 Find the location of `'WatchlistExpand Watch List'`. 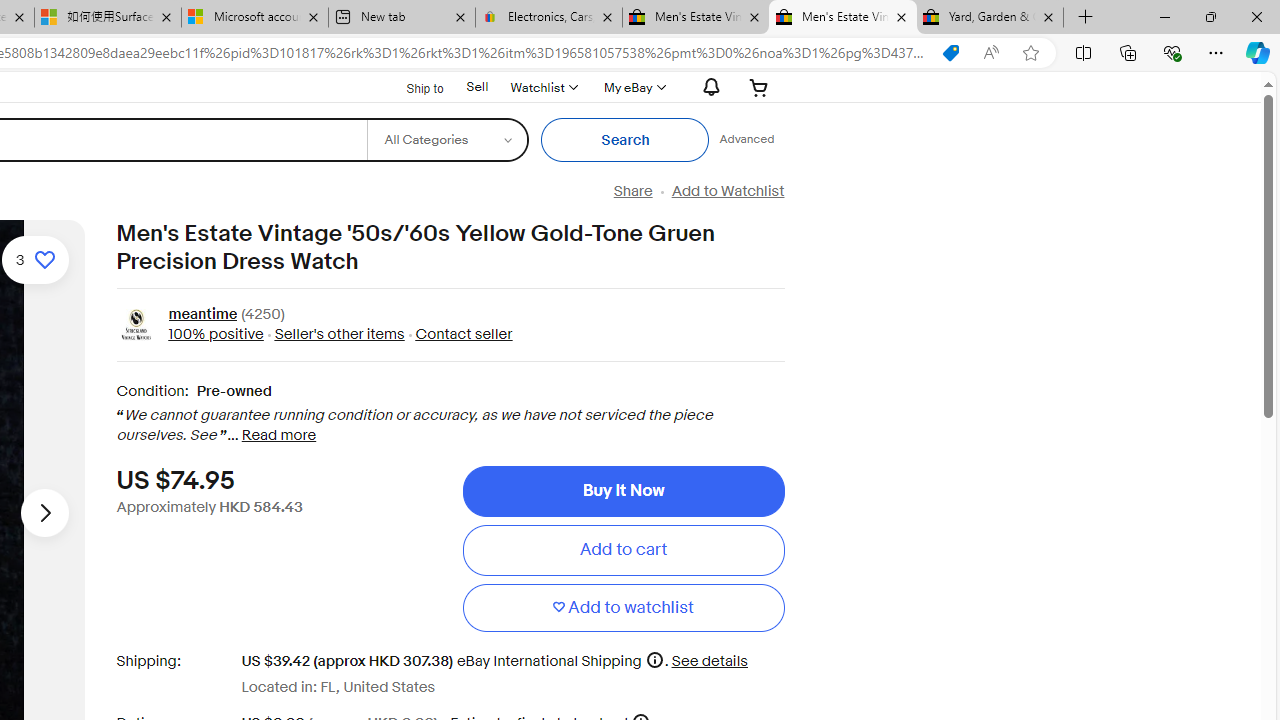

'WatchlistExpand Watch List' is located at coordinates (543, 86).